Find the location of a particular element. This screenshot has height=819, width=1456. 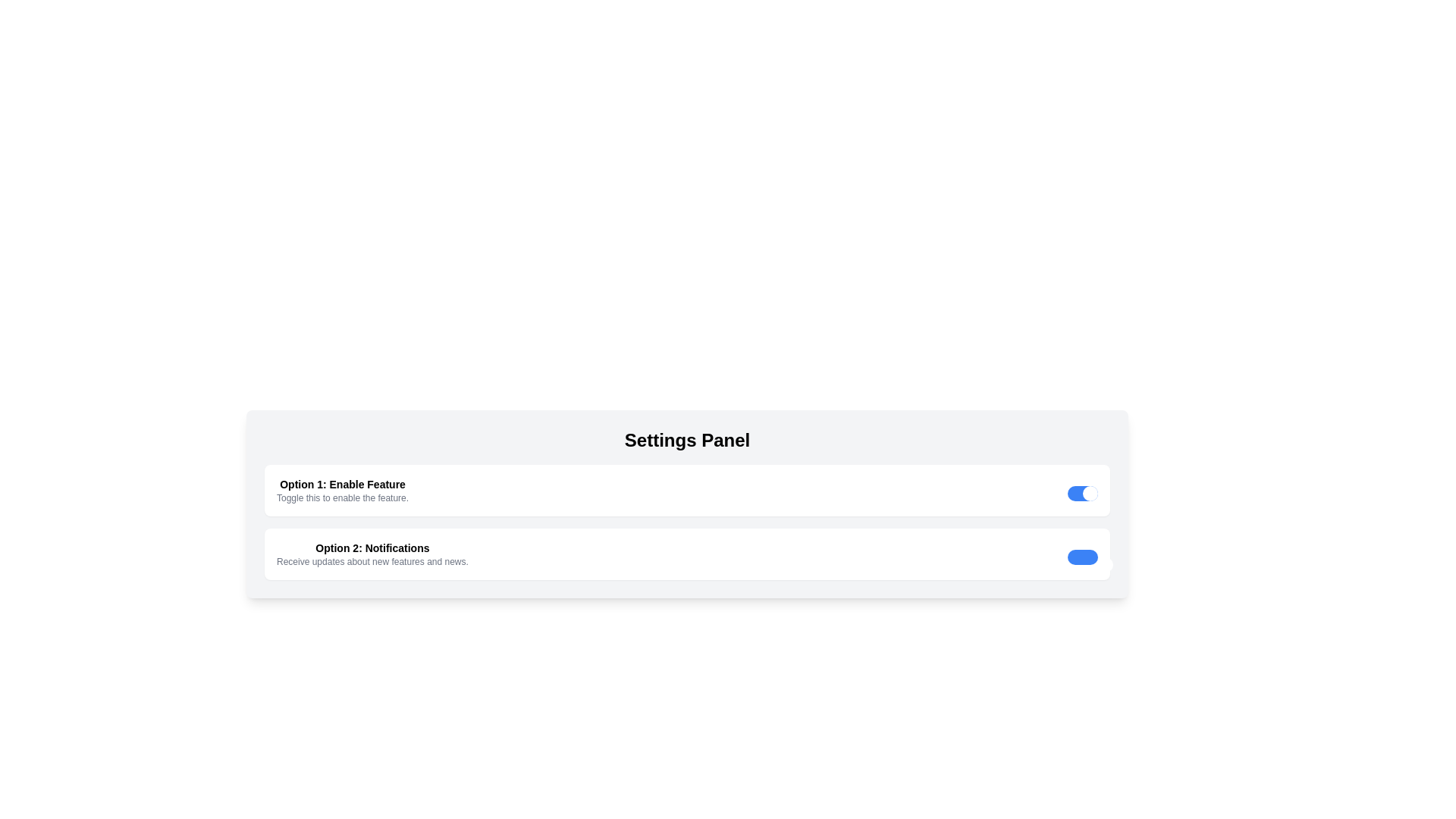

the right-hand movable knob of the toggle switch located in the settings panel is located at coordinates (1090, 494).